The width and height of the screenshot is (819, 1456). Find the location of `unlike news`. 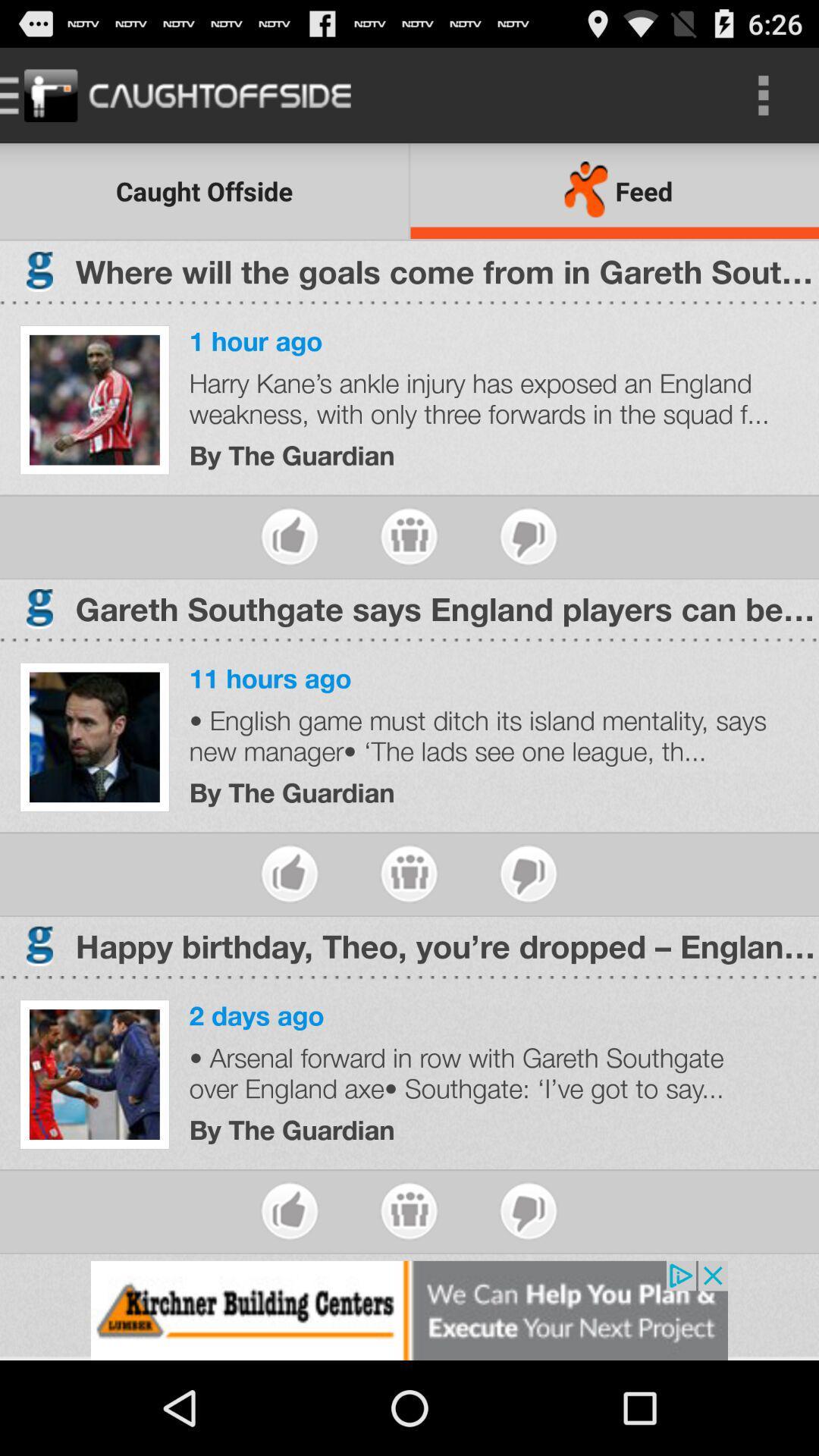

unlike news is located at coordinates (528, 874).